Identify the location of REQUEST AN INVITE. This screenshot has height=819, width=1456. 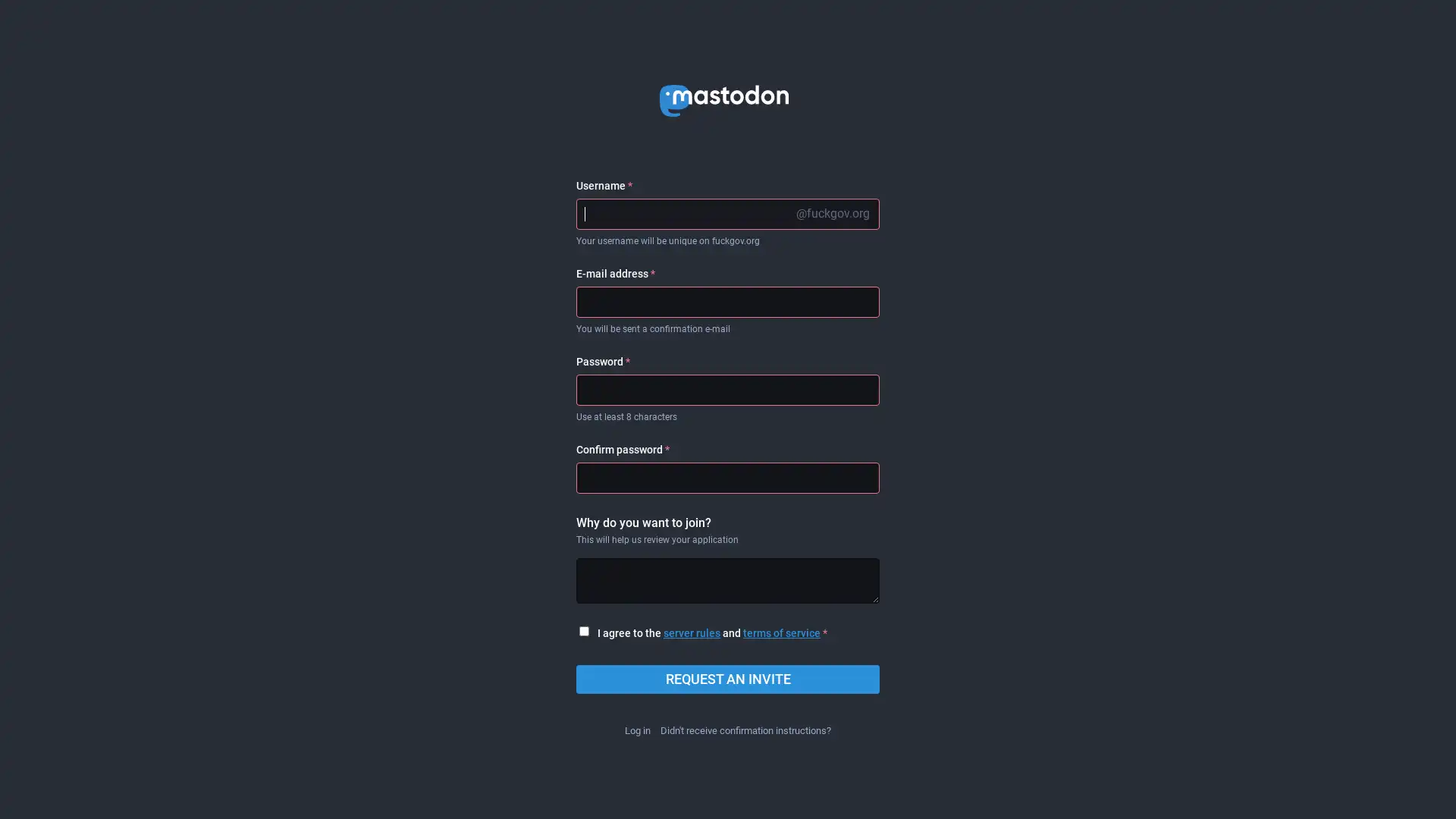
(728, 678).